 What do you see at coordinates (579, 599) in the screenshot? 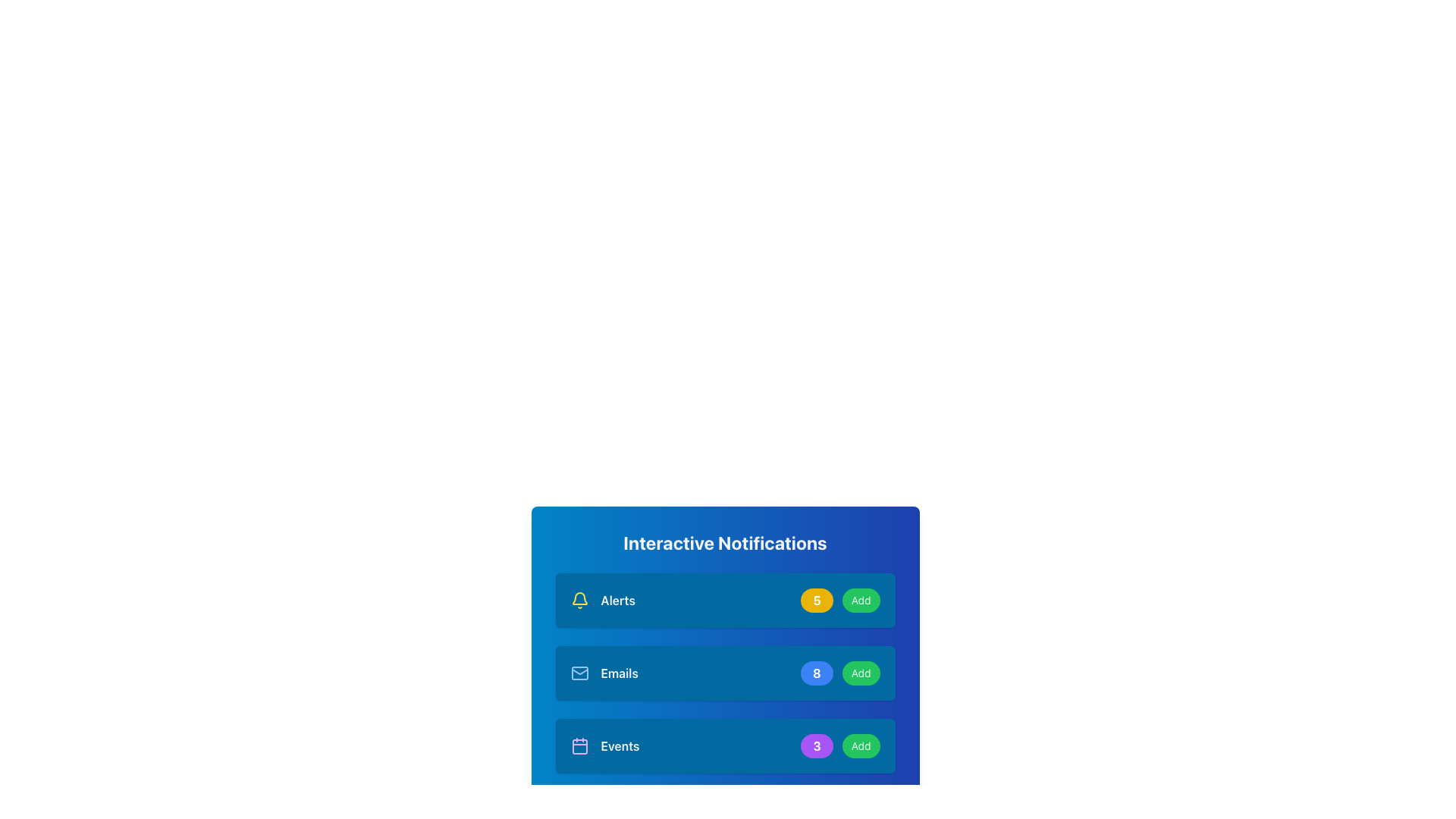
I see `the bell icon with a yellow outline and a transparent background, which is positioned to the left of the text 'Alerts' in the notifications block` at bounding box center [579, 599].